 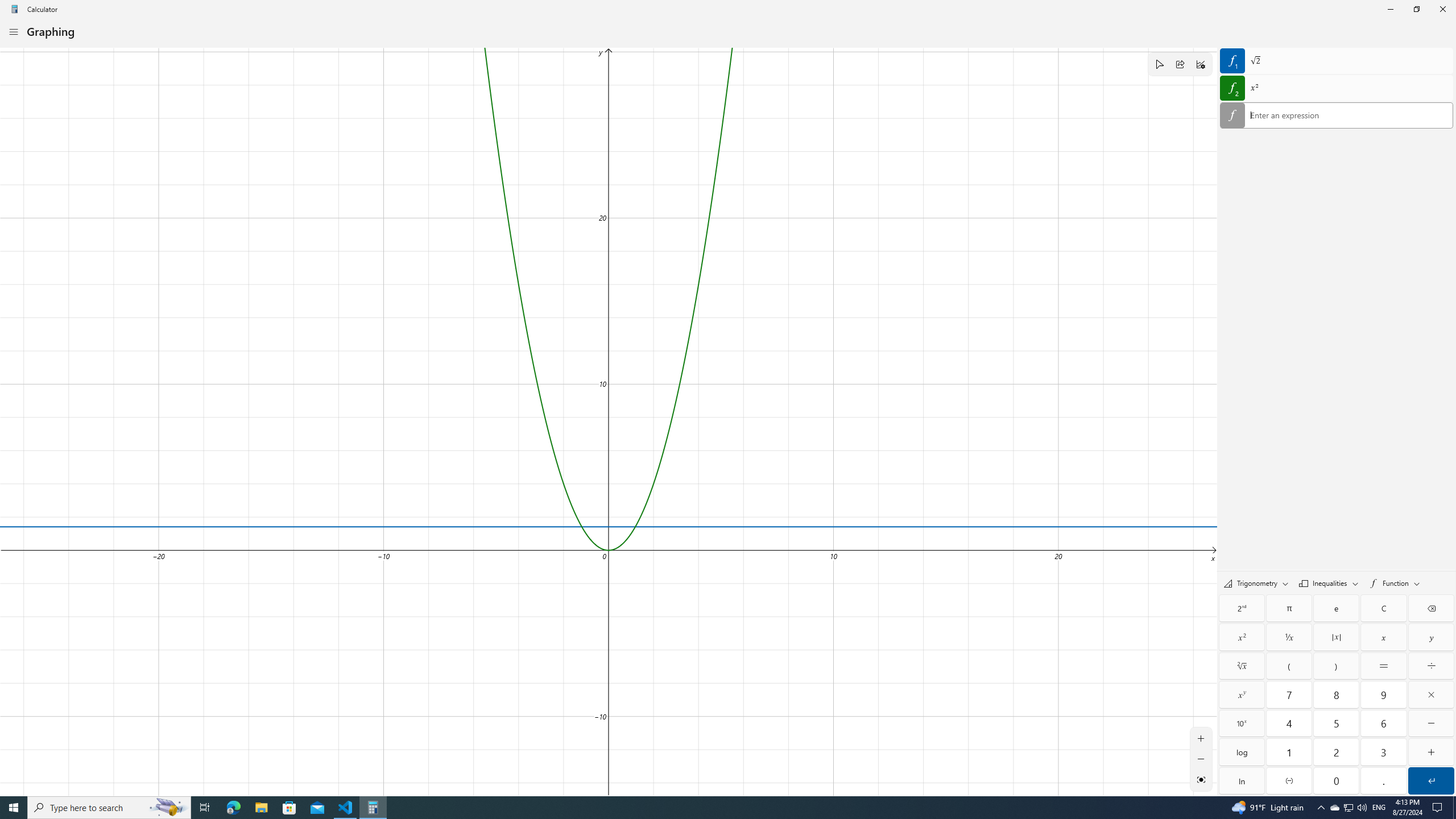 I want to click on 'Zero', so click(x=1336, y=780).